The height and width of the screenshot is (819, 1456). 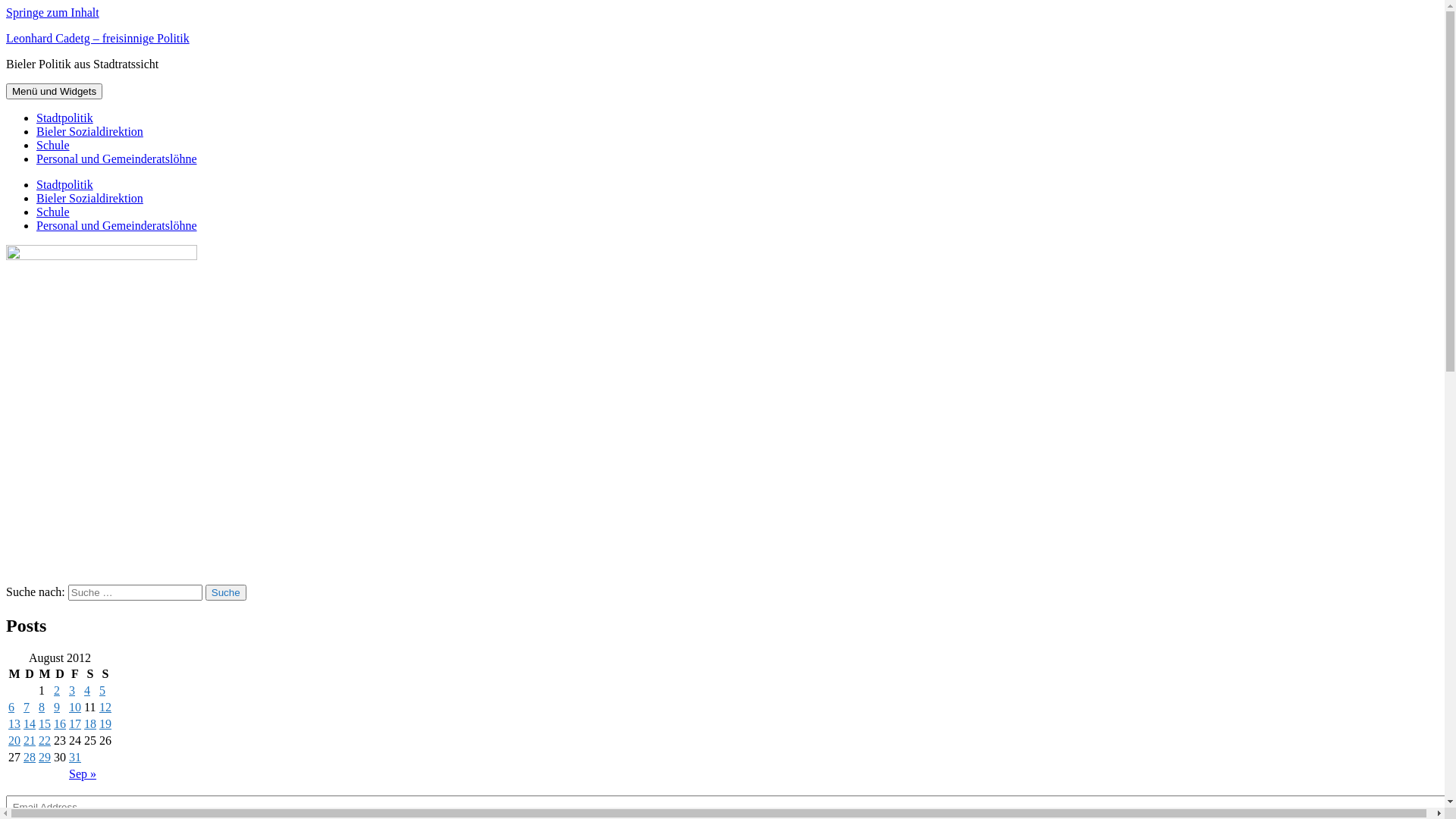 What do you see at coordinates (8, 723) in the screenshot?
I see `'13'` at bounding box center [8, 723].